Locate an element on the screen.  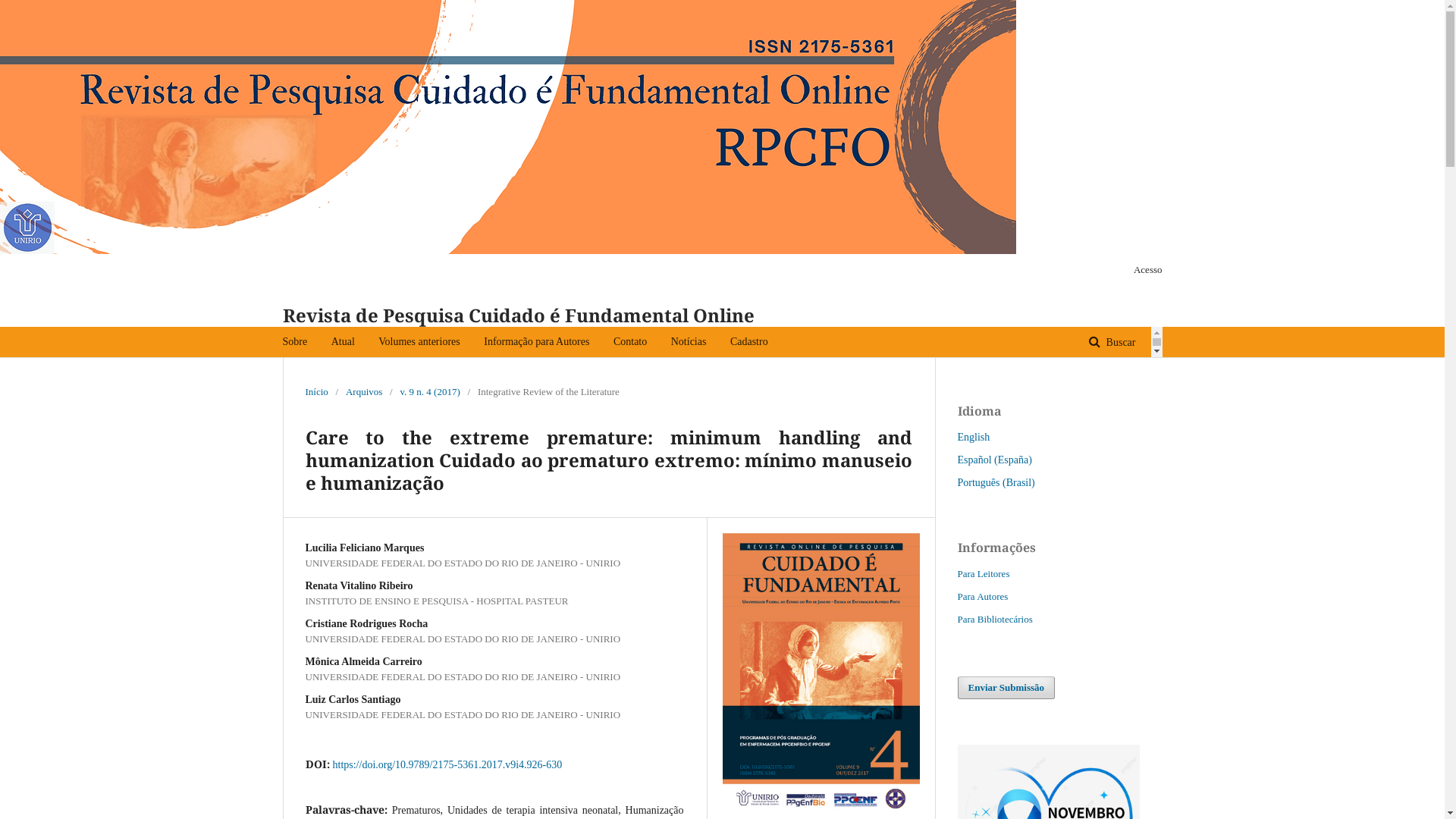
'Volumes anteriores' is located at coordinates (378, 342).